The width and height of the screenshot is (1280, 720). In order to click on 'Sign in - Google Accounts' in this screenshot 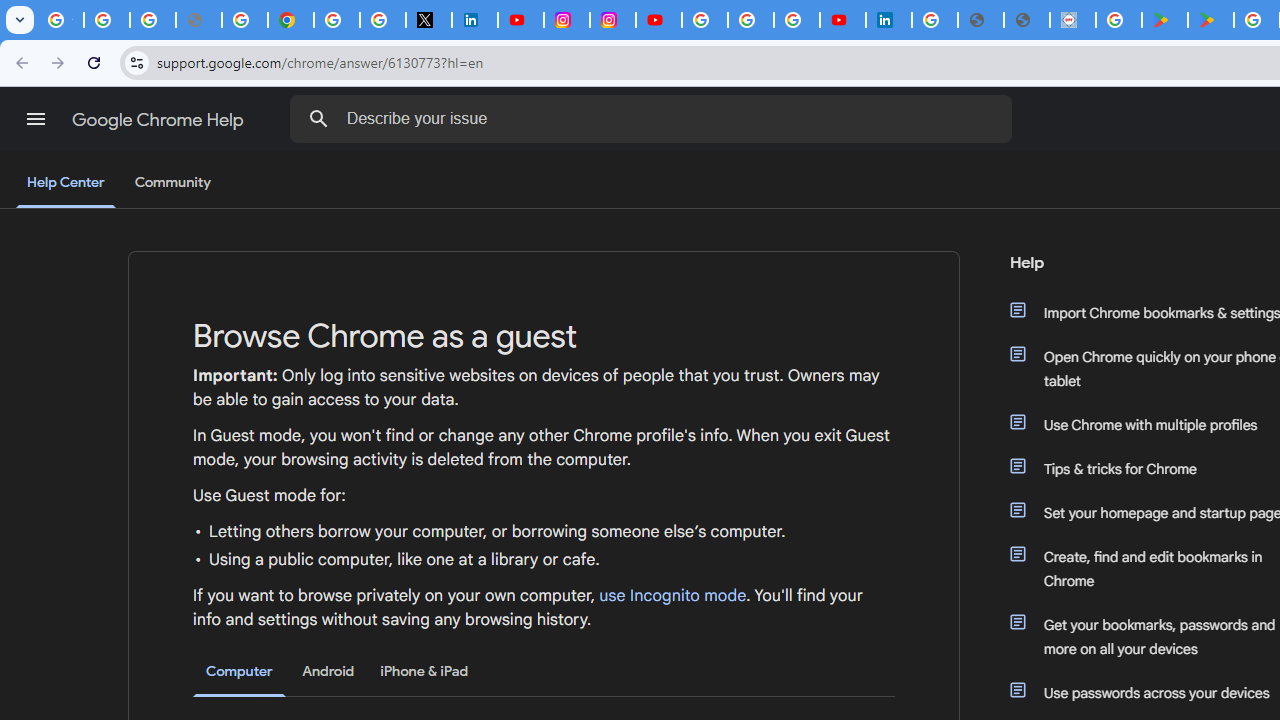, I will do `click(336, 20)`.